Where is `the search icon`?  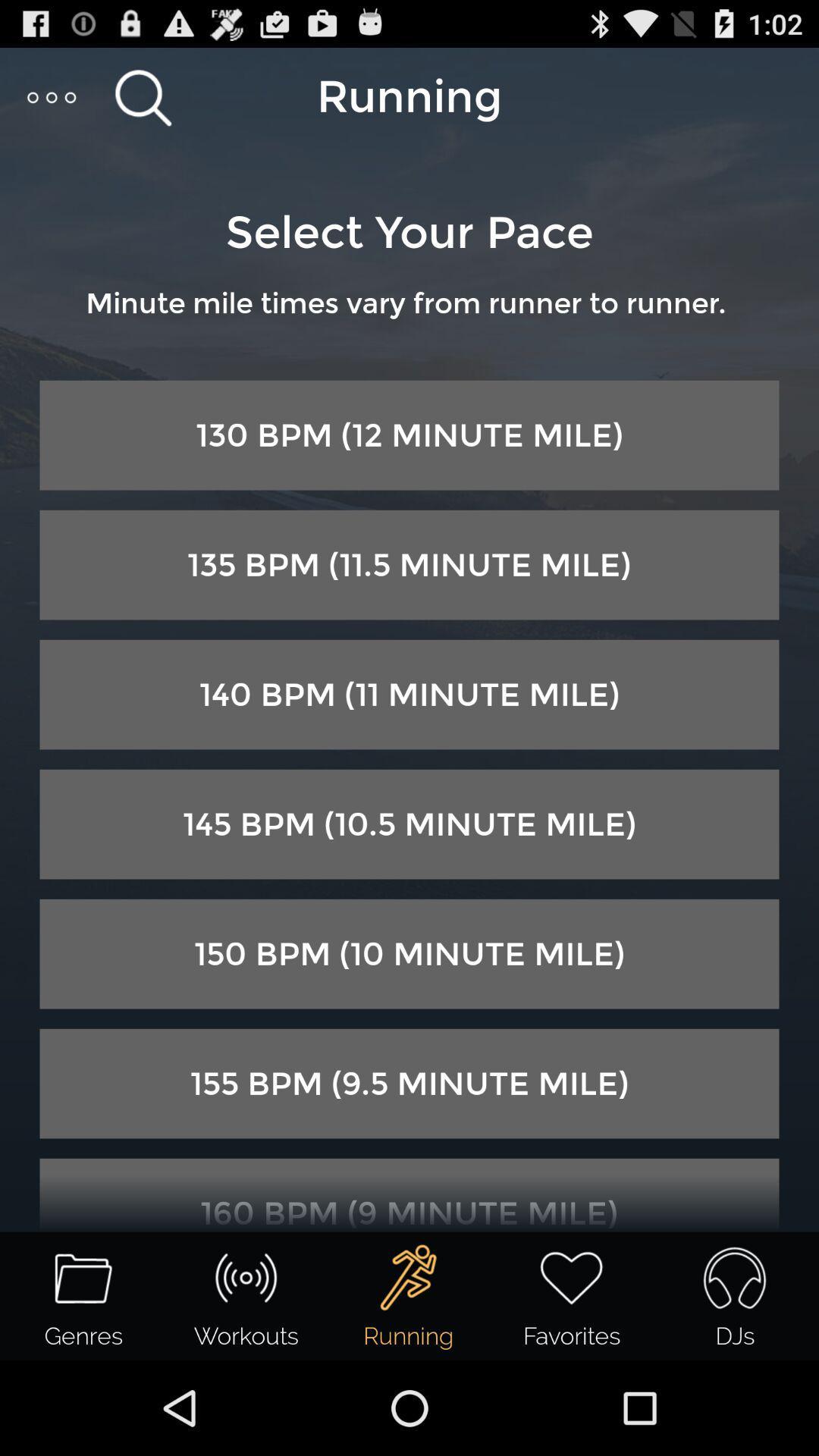 the search icon is located at coordinates (143, 103).